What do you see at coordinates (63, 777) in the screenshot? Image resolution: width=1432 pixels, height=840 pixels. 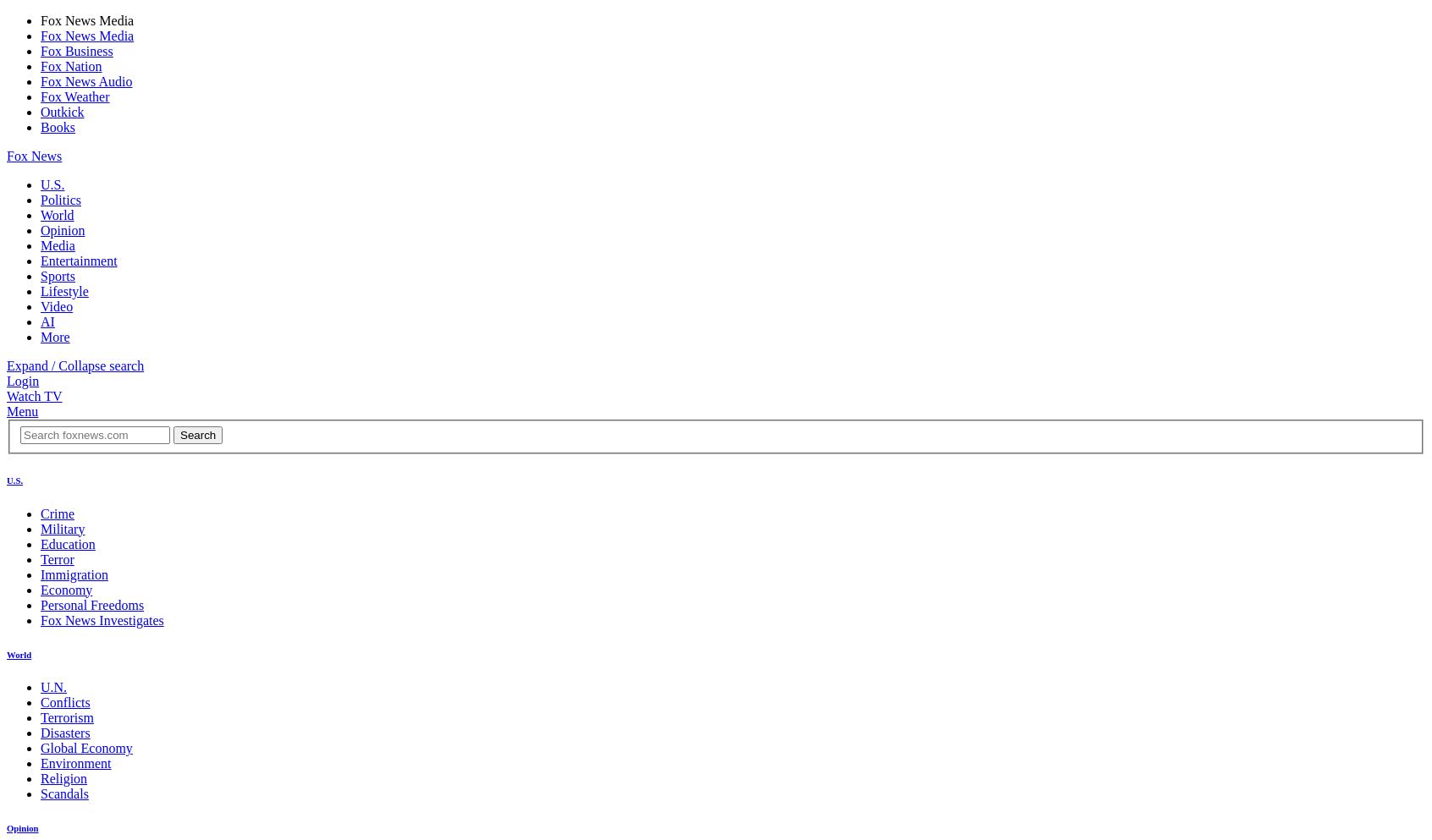 I see `'Religion'` at bounding box center [63, 777].